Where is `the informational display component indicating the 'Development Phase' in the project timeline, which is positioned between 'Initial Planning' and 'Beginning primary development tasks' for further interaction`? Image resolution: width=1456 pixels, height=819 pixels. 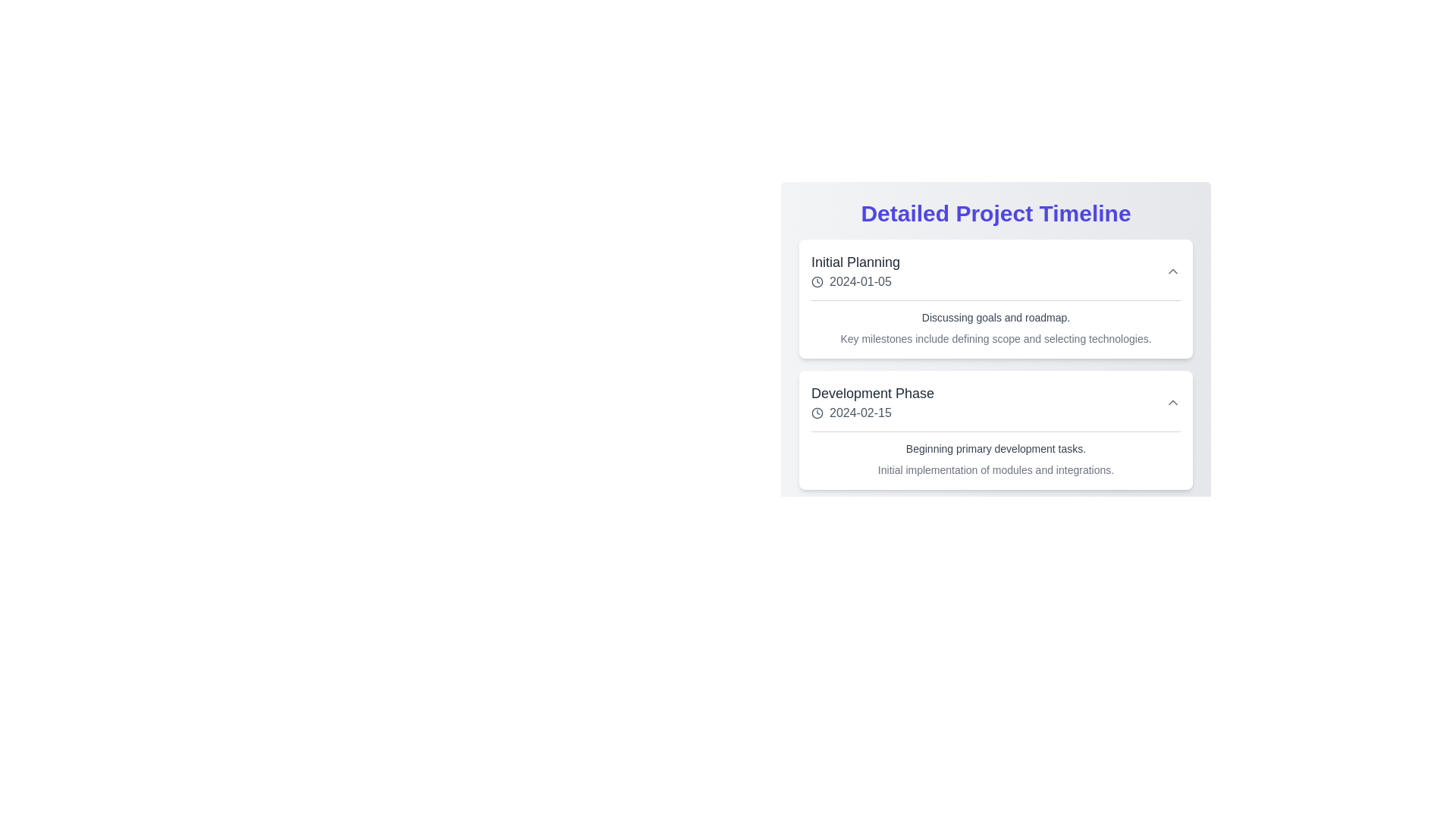 the informational display component indicating the 'Development Phase' in the project timeline, which is positioned between 'Initial Planning' and 'Beginning primary development tasks' for further interaction is located at coordinates (873, 402).